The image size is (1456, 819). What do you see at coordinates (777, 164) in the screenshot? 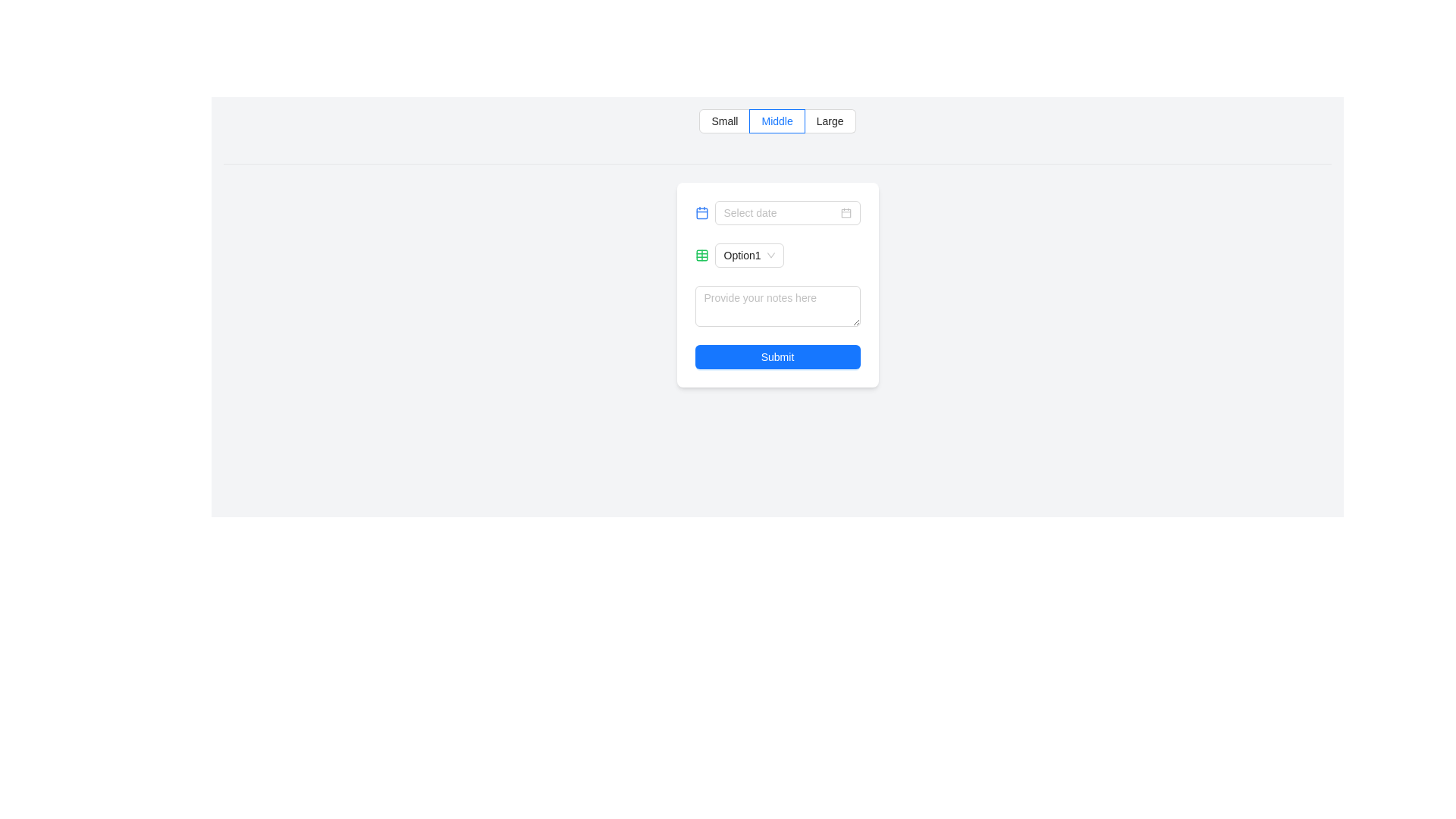
I see `the horizontal divider line located directly below the radio button group labeled 'Small', 'Middle', 'Large'` at bounding box center [777, 164].